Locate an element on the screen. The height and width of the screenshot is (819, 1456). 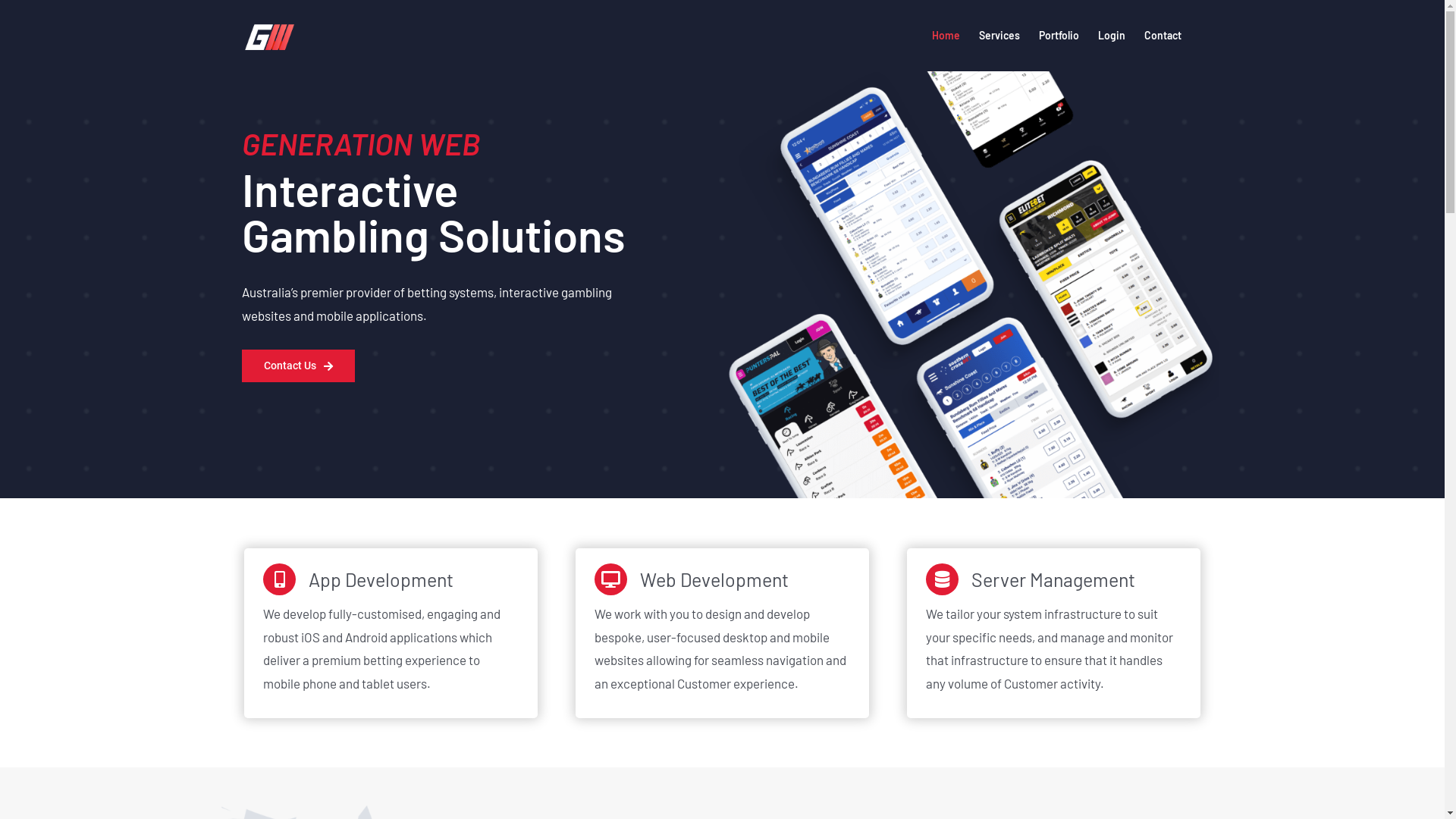
'Portfolio' is located at coordinates (1058, 34).